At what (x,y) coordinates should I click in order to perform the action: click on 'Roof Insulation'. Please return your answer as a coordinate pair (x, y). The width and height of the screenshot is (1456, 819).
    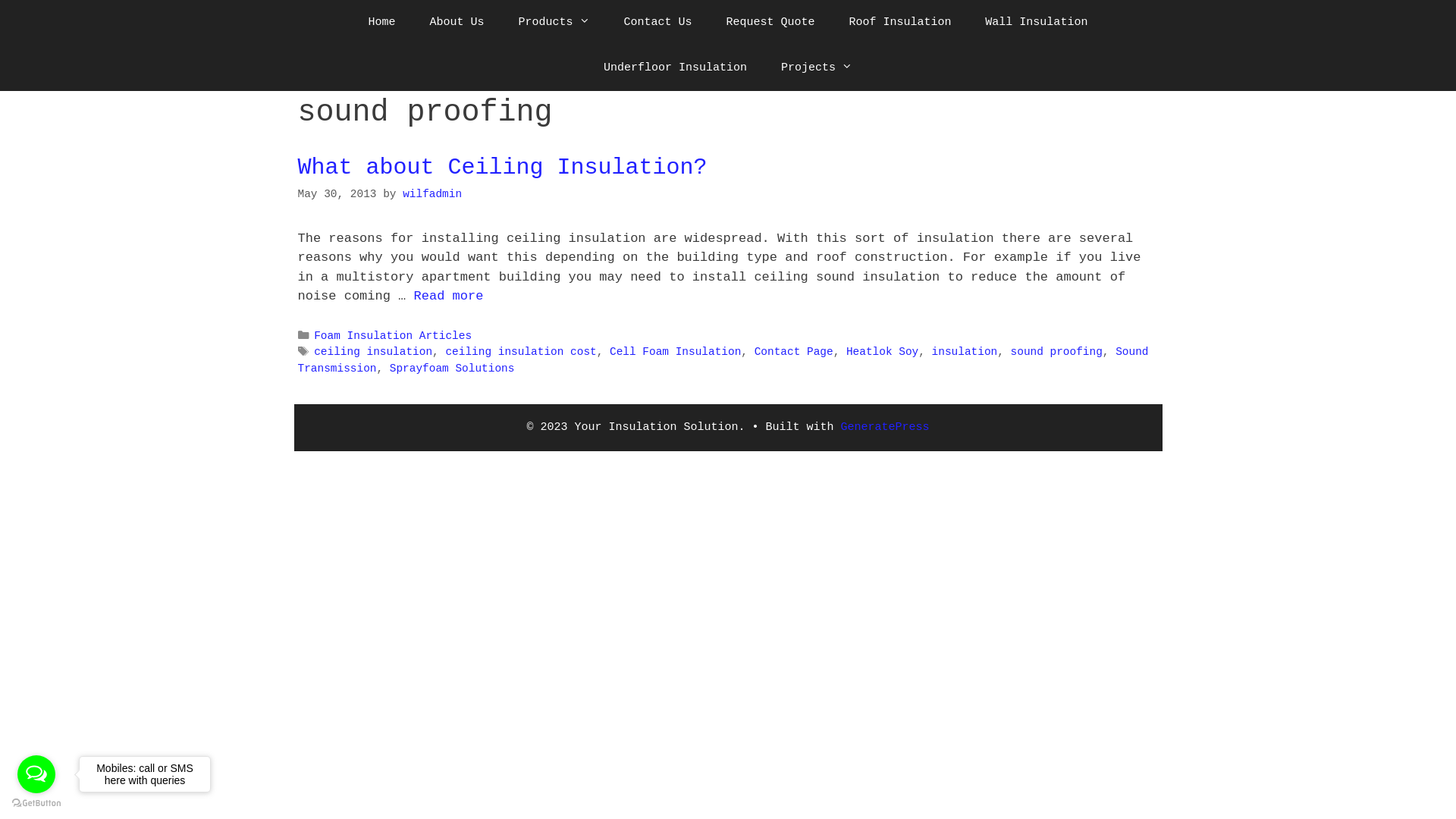
    Looking at the image, I should click on (899, 23).